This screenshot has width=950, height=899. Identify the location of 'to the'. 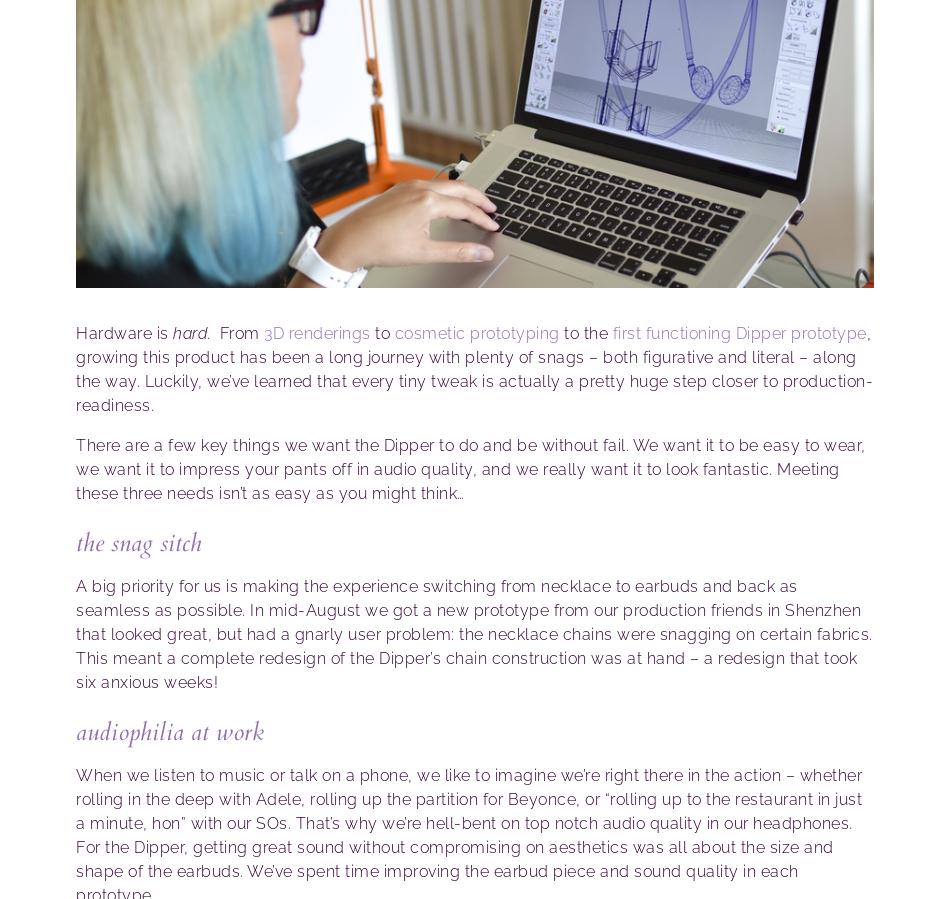
(585, 332).